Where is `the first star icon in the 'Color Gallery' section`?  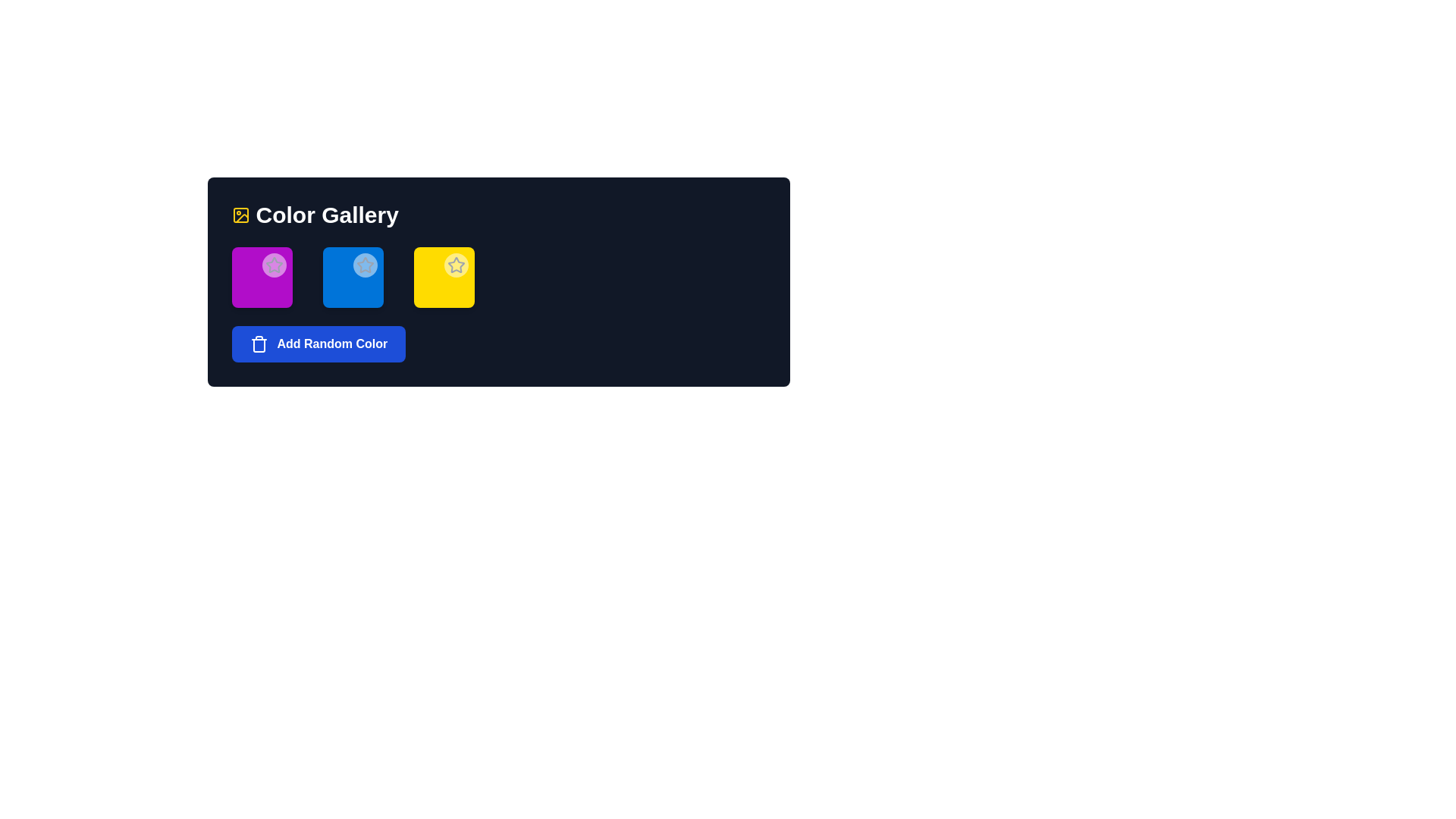 the first star icon in the 'Color Gallery' section is located at coordinates (274, 265).